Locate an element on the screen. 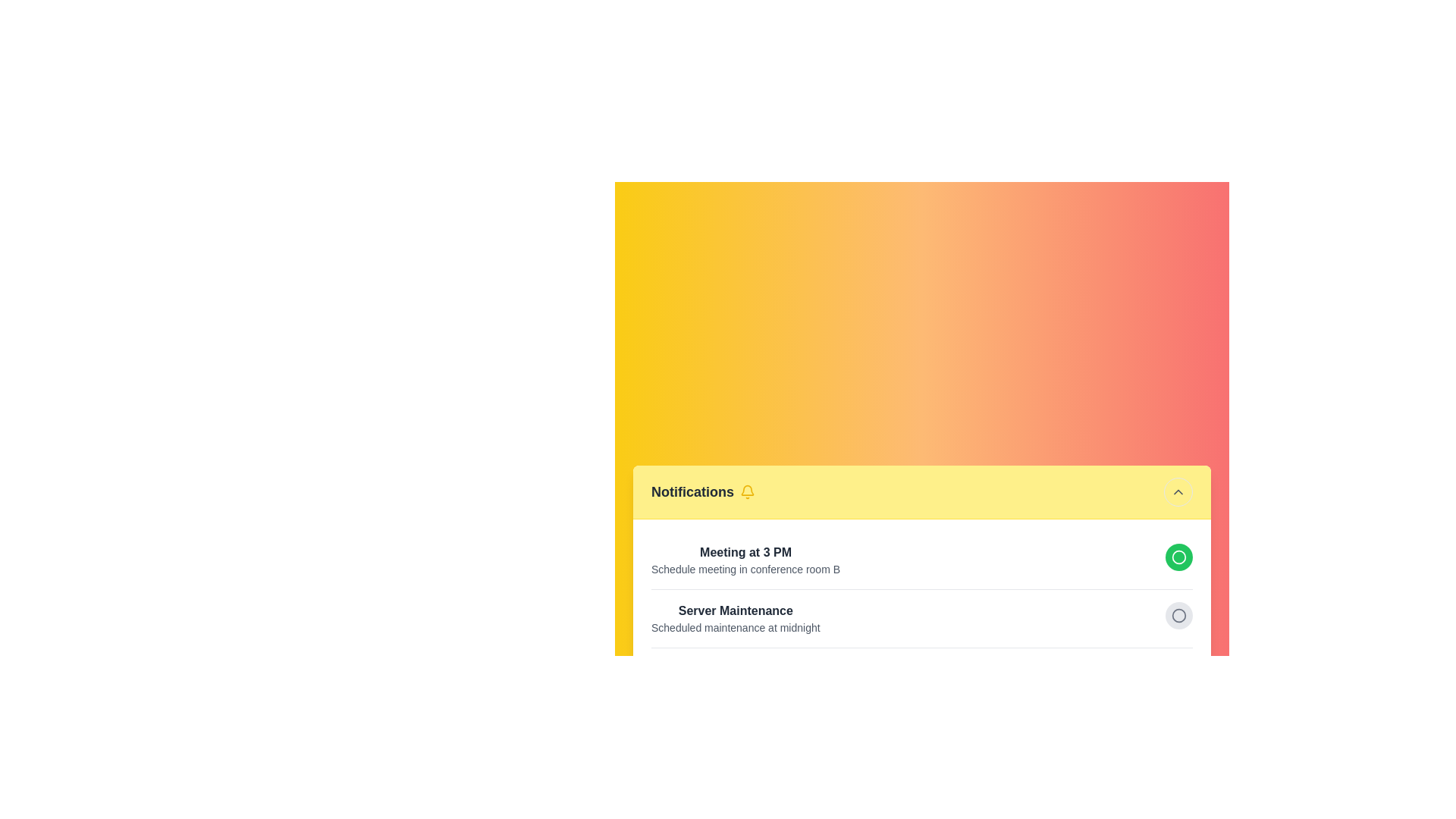 This screenshot has height=819, width=1456. the circular green button with a white inner circle located at the far right of the notification message titled 'Meeting at 3 PM' is located at coordinates (1178, 557).